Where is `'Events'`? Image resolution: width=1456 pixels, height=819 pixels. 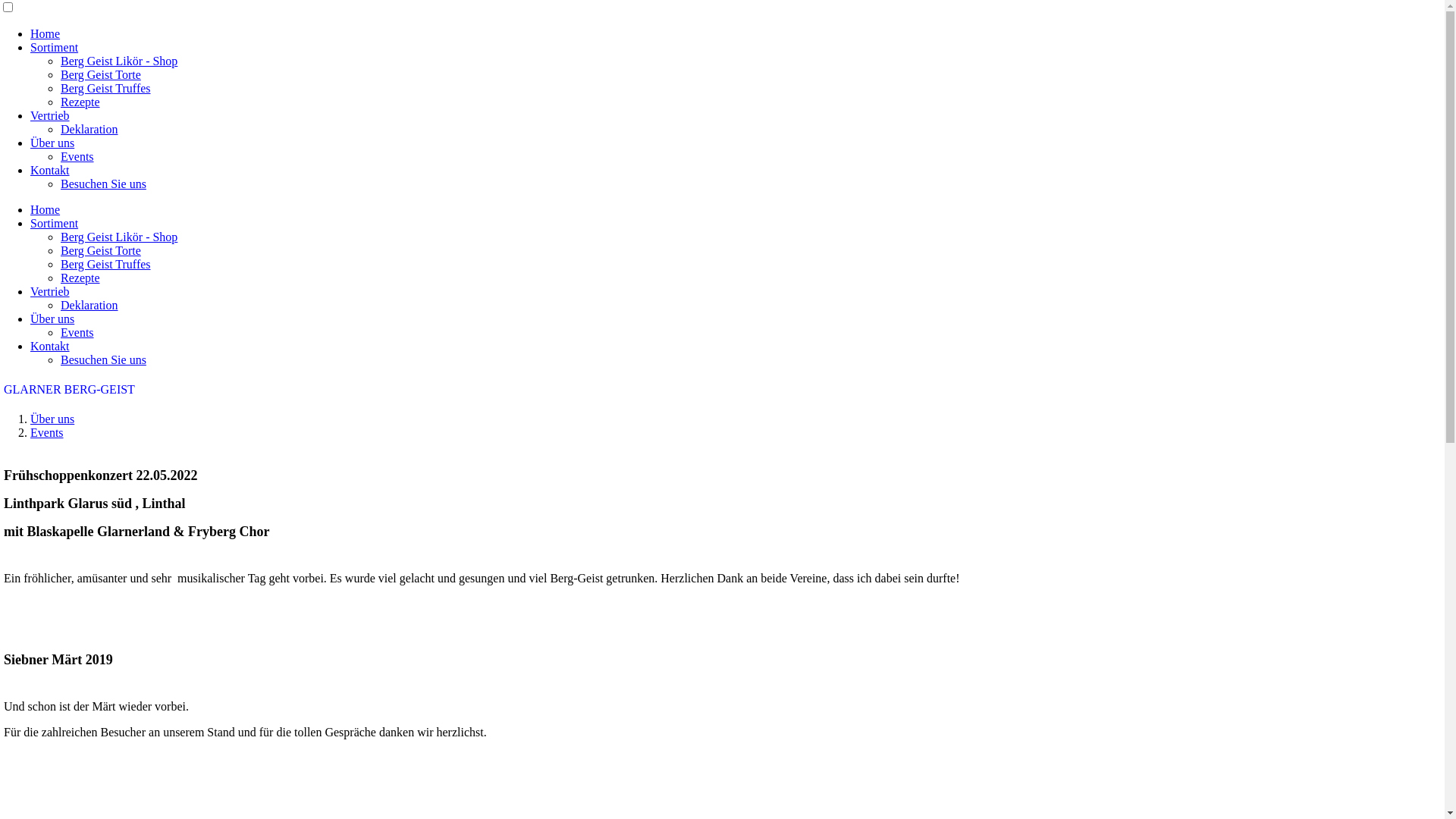
'Events' is located at coordinates (76, 156).